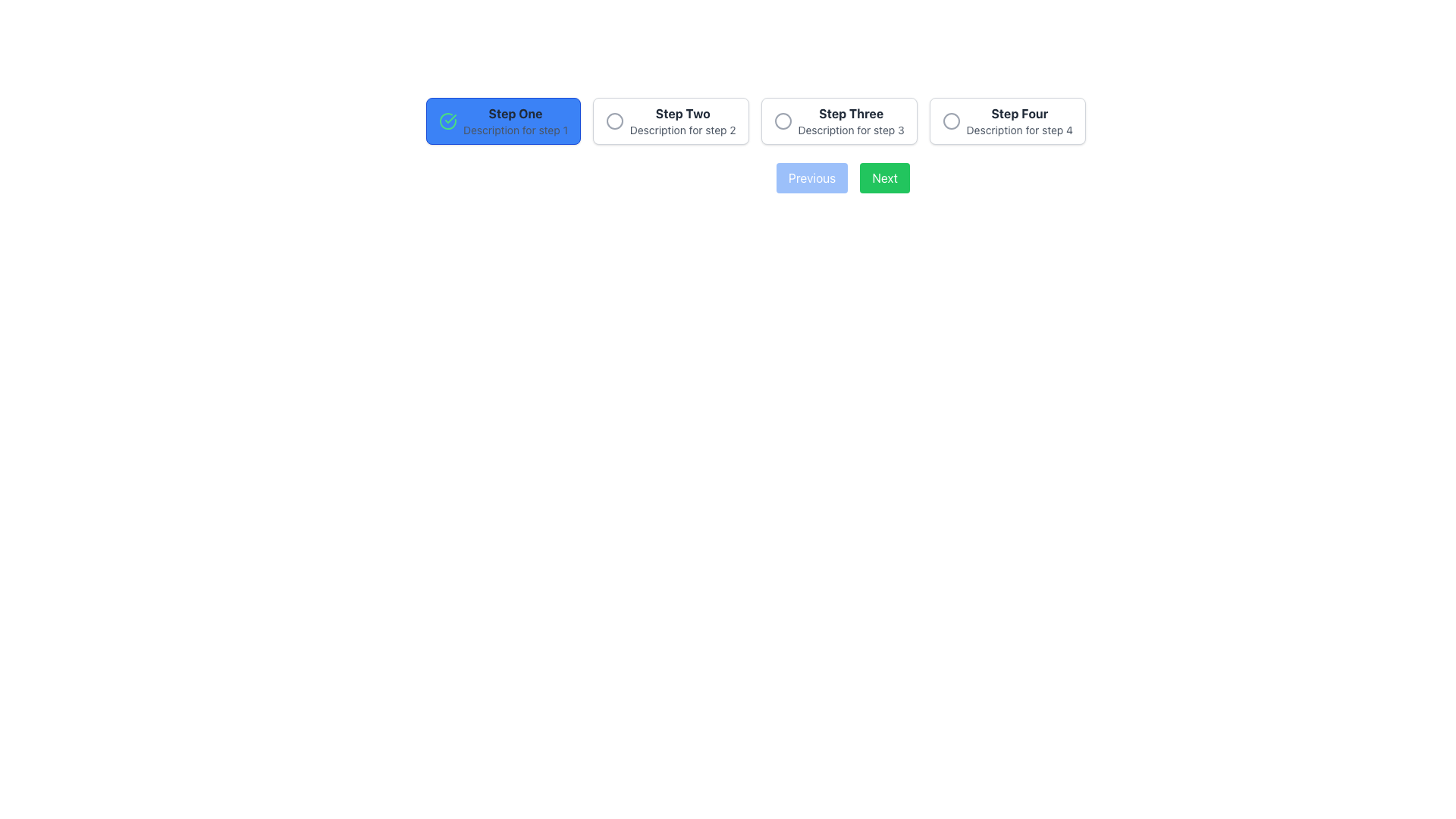 The height and width of the screenshot is (819, 1456). Describe the element at coordinates (1019, 130) in the screenshot. I see `the content of the descriptive label providing additional context about 'Step Four', located directly beneath the bold text 'Step Four' in the multi-step process interface` at that location.